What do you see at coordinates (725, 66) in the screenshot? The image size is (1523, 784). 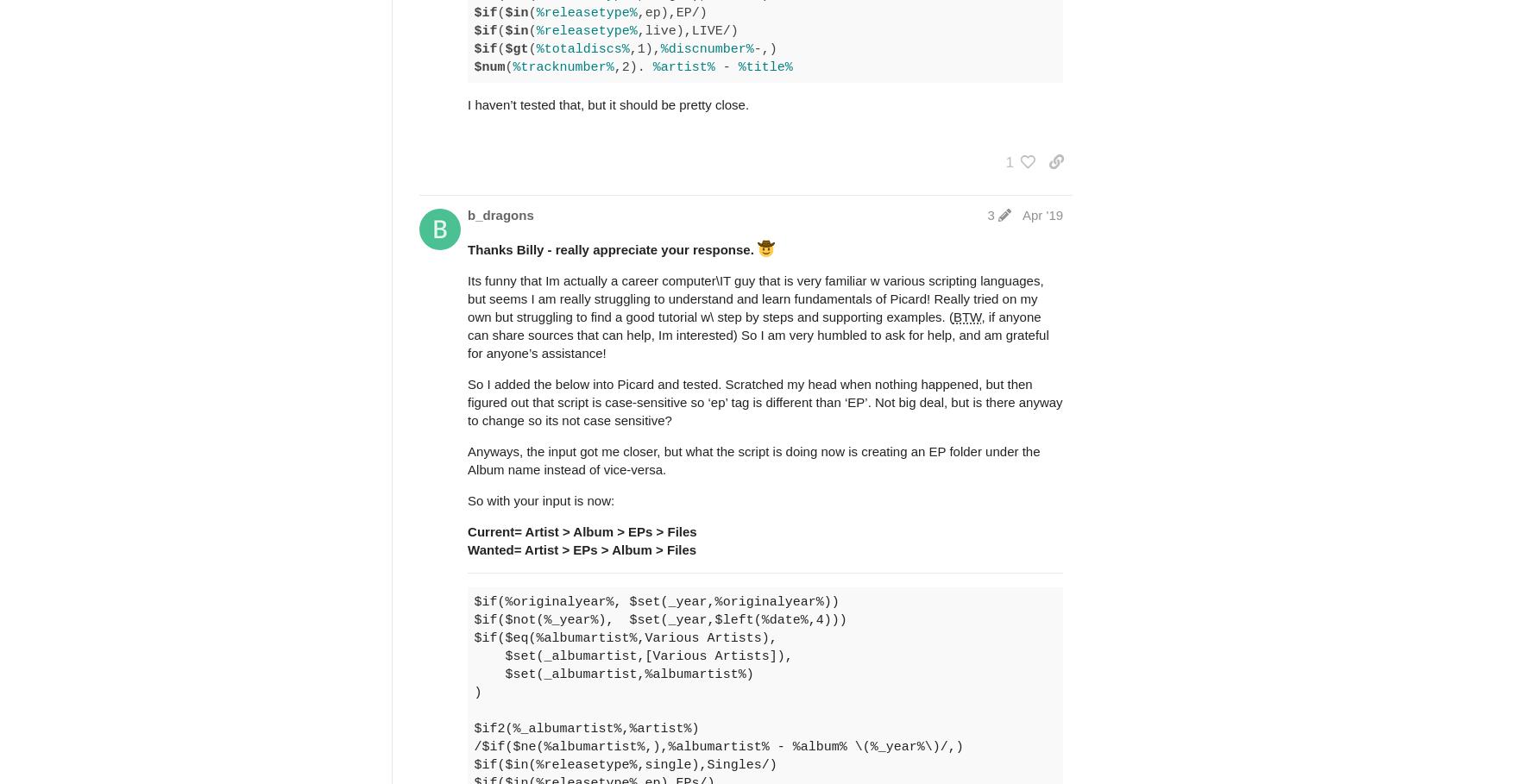 I see `'-'` at bounding box center [725, 66].